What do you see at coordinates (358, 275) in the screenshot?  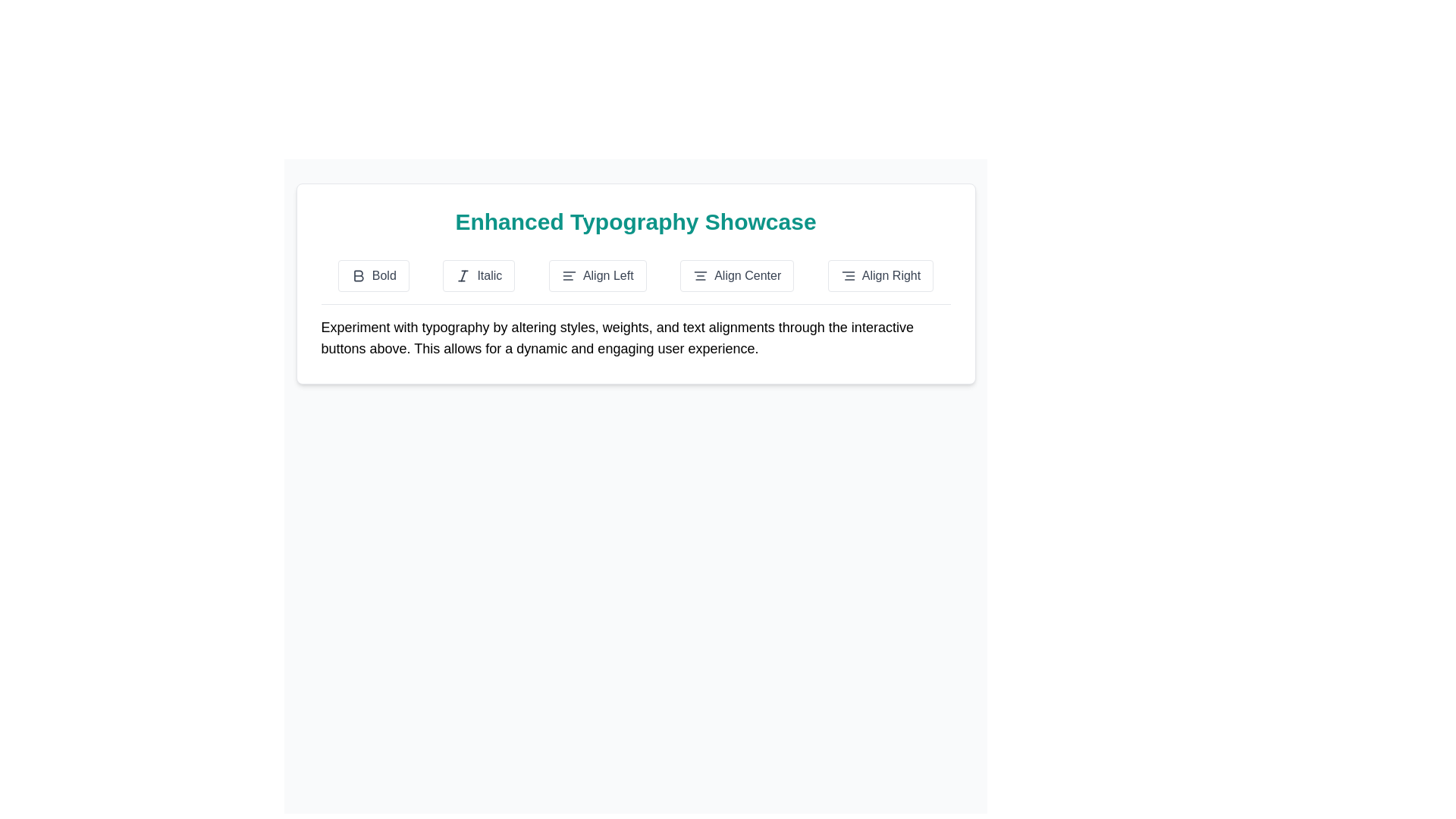 I see `the 'Bold' icon button, which is the first item in a horizontal row of typography tools located at the top-left of the control panel just below the title 'Enhanced Typography Showcase'` at bounding box center [358, 275].